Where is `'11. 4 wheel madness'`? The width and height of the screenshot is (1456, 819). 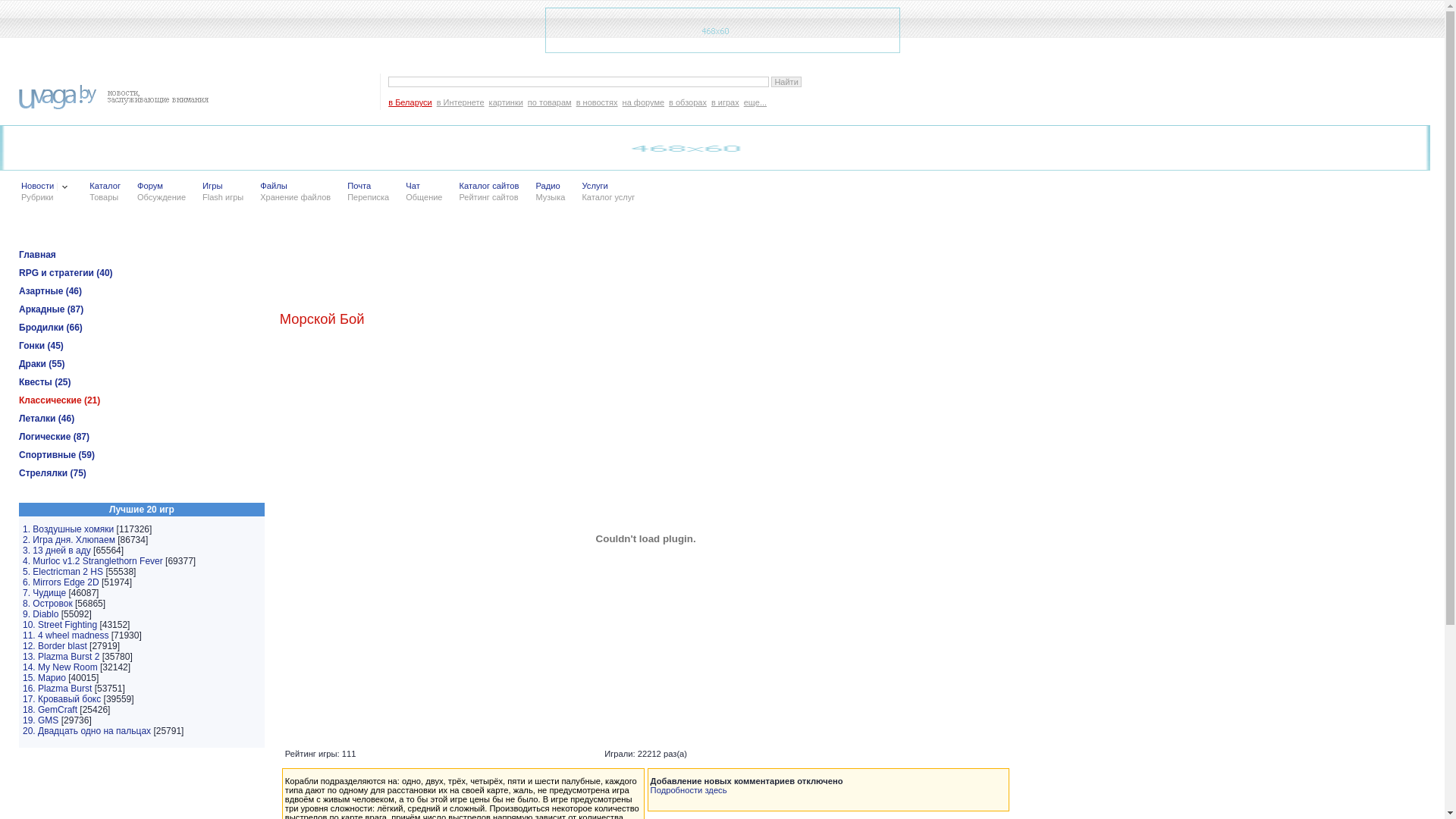
'11. 4 wheel madness' is located at coordinates (64, 635).